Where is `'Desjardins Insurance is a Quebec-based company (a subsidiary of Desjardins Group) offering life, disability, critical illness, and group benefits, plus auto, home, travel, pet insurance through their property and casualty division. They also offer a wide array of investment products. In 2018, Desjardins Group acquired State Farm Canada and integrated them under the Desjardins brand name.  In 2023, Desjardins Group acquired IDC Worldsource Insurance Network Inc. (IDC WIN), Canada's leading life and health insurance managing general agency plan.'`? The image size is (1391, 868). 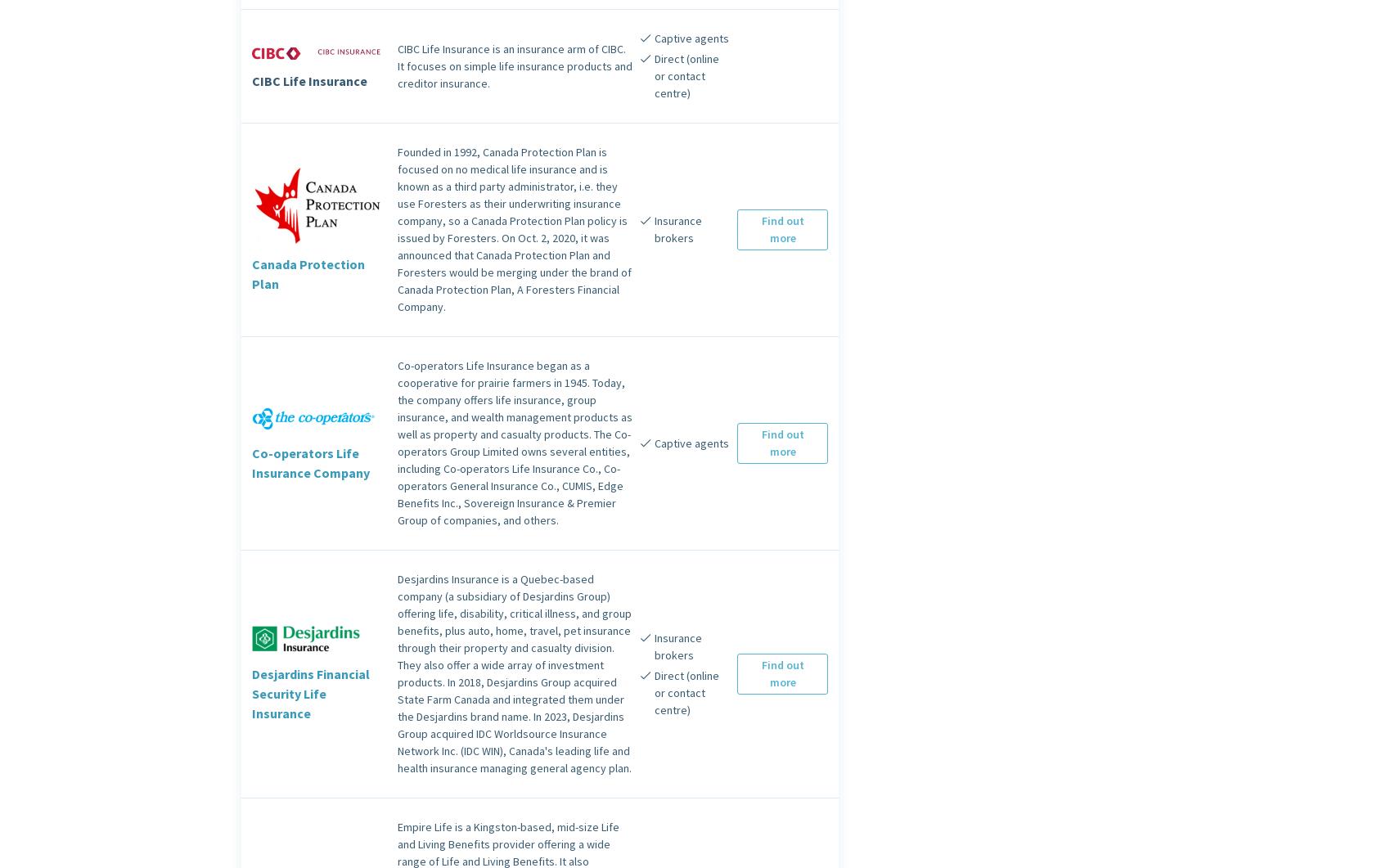
'Desjardins Insurance is a Quebec-based company (a subsidiary of Desjardins Group) offering life, disability, critical illness, and group benefits, plus auto, home, travel, pet insurance through their property and casualty division. They also offer a wide array of investment products. In 2018, Desjardins Group acquired State Farm Canada and integrated them under the Desjardins brand name.  In 2023, Desjardins Group acquired IDC Worldsource Insurance Network Inc. (IDC WIN), Canada's leading life and health insurance managing general agency plan.' is located at coordinates (514, 673).